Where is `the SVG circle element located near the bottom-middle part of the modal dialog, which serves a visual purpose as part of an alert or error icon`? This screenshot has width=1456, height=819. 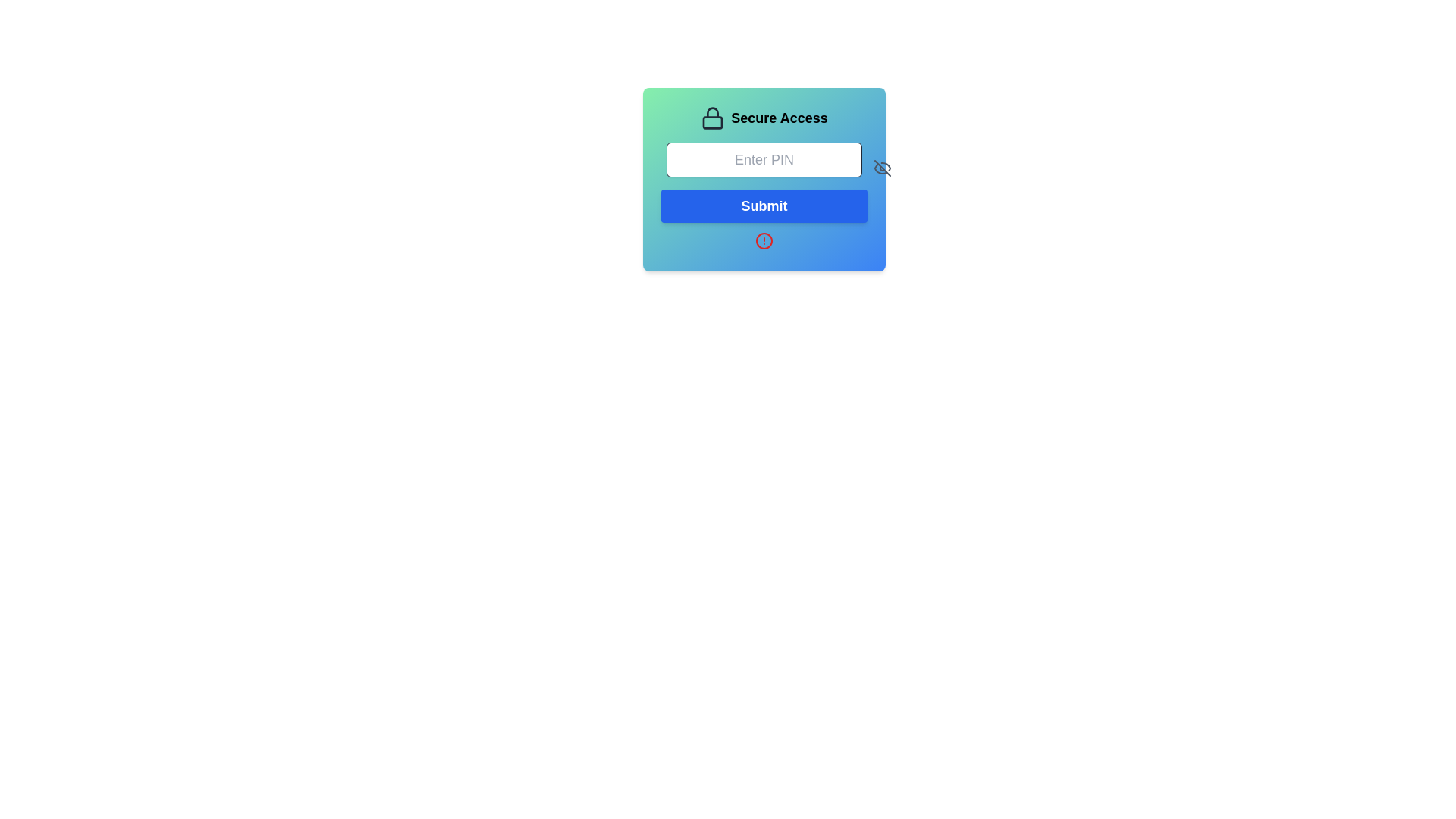 the SVG circle element located near the bottom-middle part of the modal dialog, which serves a visual purpose as part of an alert or error icon is located at coordinates (764, 240).